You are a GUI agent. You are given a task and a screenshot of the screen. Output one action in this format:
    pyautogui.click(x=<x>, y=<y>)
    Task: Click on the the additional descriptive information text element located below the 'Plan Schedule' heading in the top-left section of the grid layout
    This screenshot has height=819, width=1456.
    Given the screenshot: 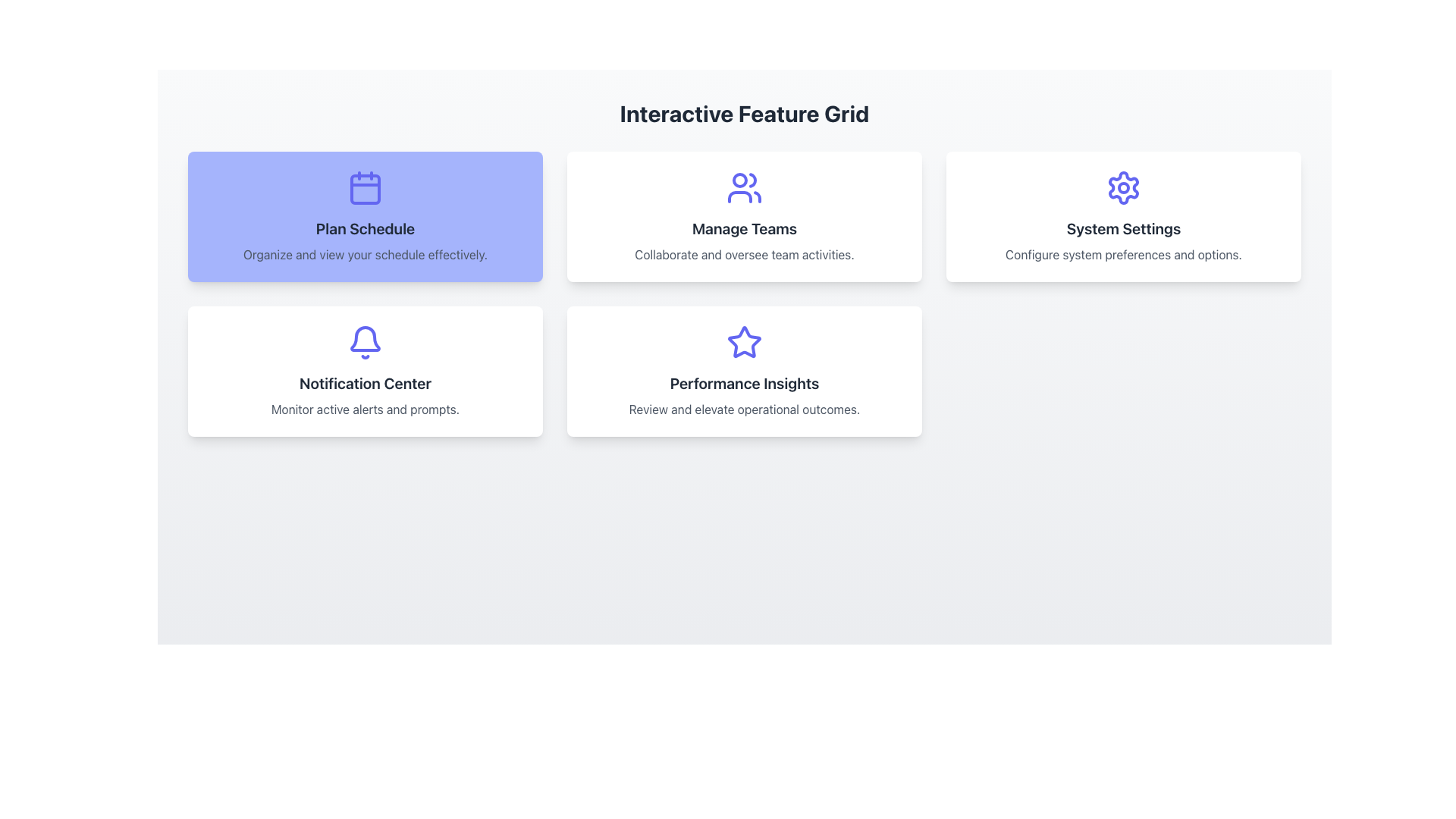 What is the action you would take?
    pyautogui.click(x=365, y=253)
    